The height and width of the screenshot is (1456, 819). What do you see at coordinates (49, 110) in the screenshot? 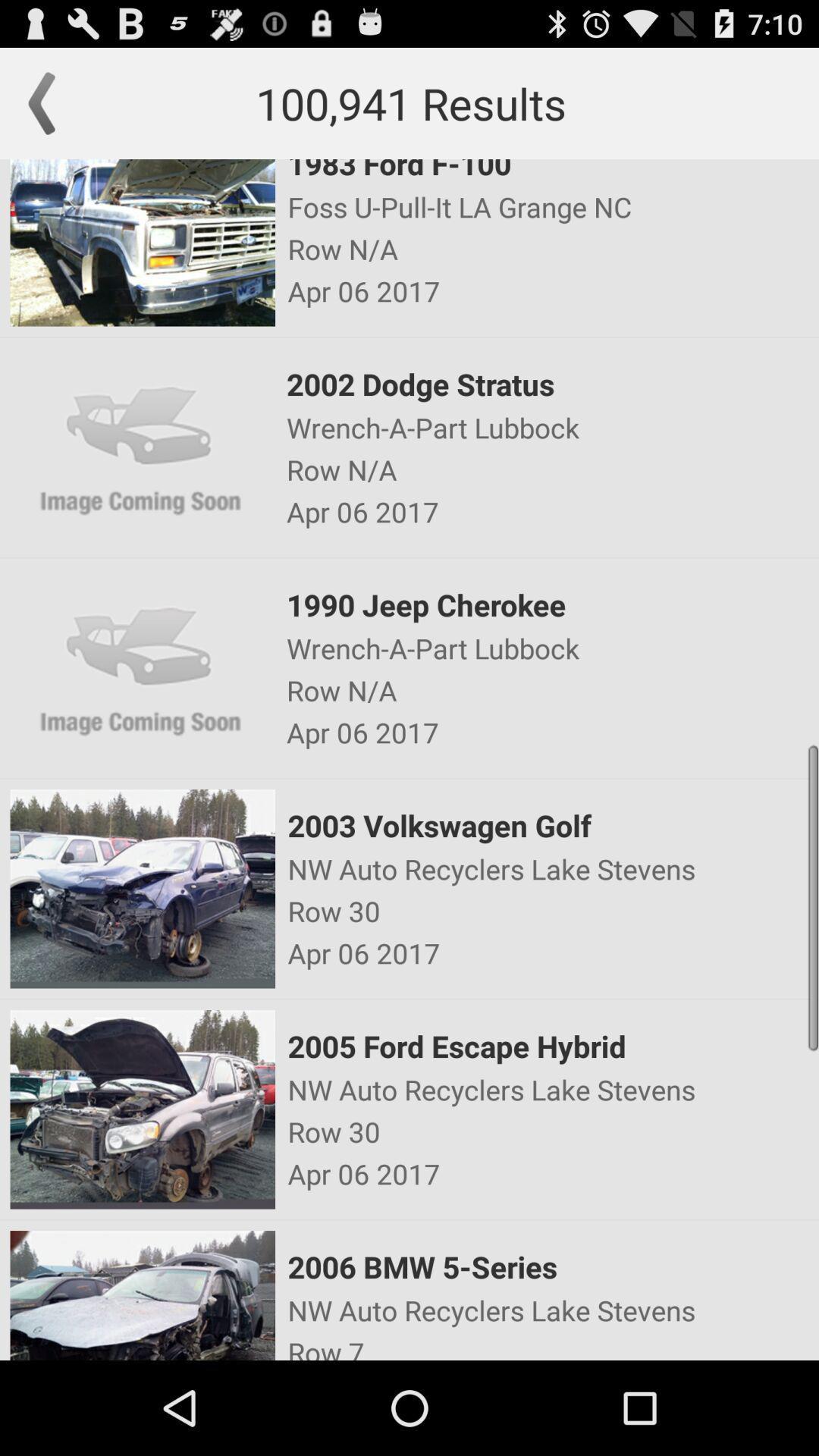
I see `the arrow_backward icon` at bounding box center [49, 110].